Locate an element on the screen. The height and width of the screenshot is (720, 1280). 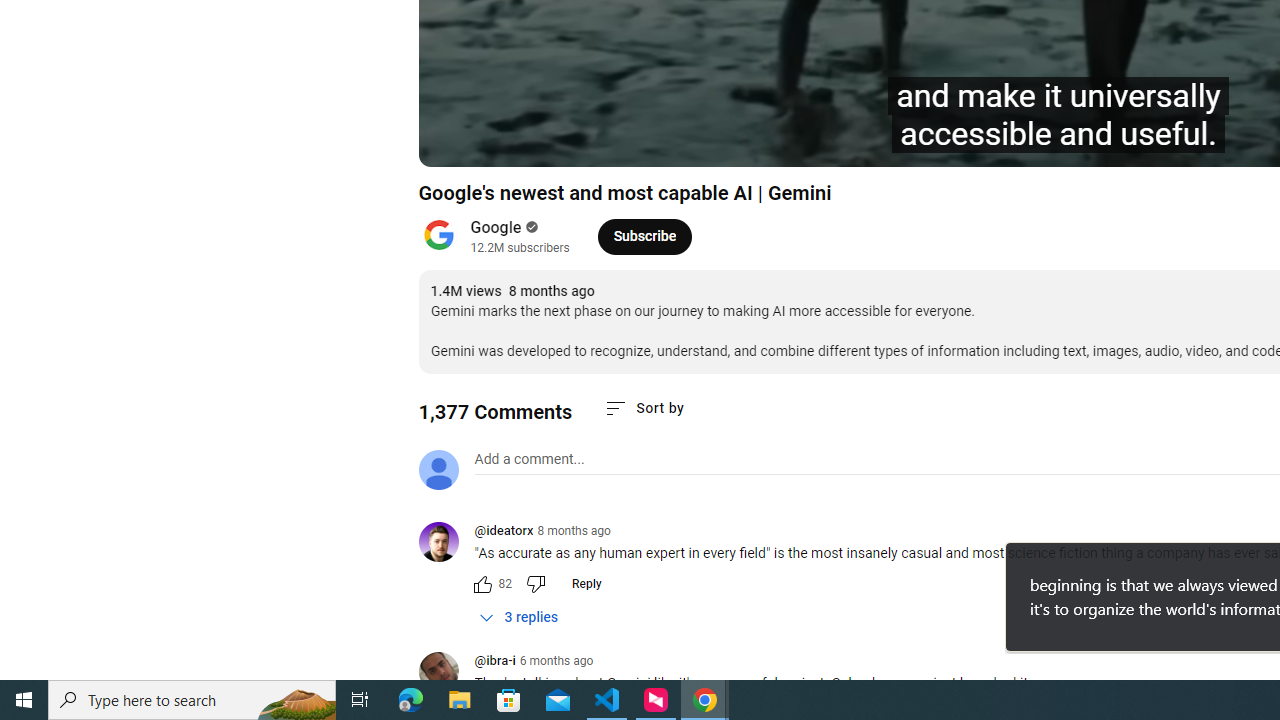
'3 replies' is located at coordinates (519, 616).